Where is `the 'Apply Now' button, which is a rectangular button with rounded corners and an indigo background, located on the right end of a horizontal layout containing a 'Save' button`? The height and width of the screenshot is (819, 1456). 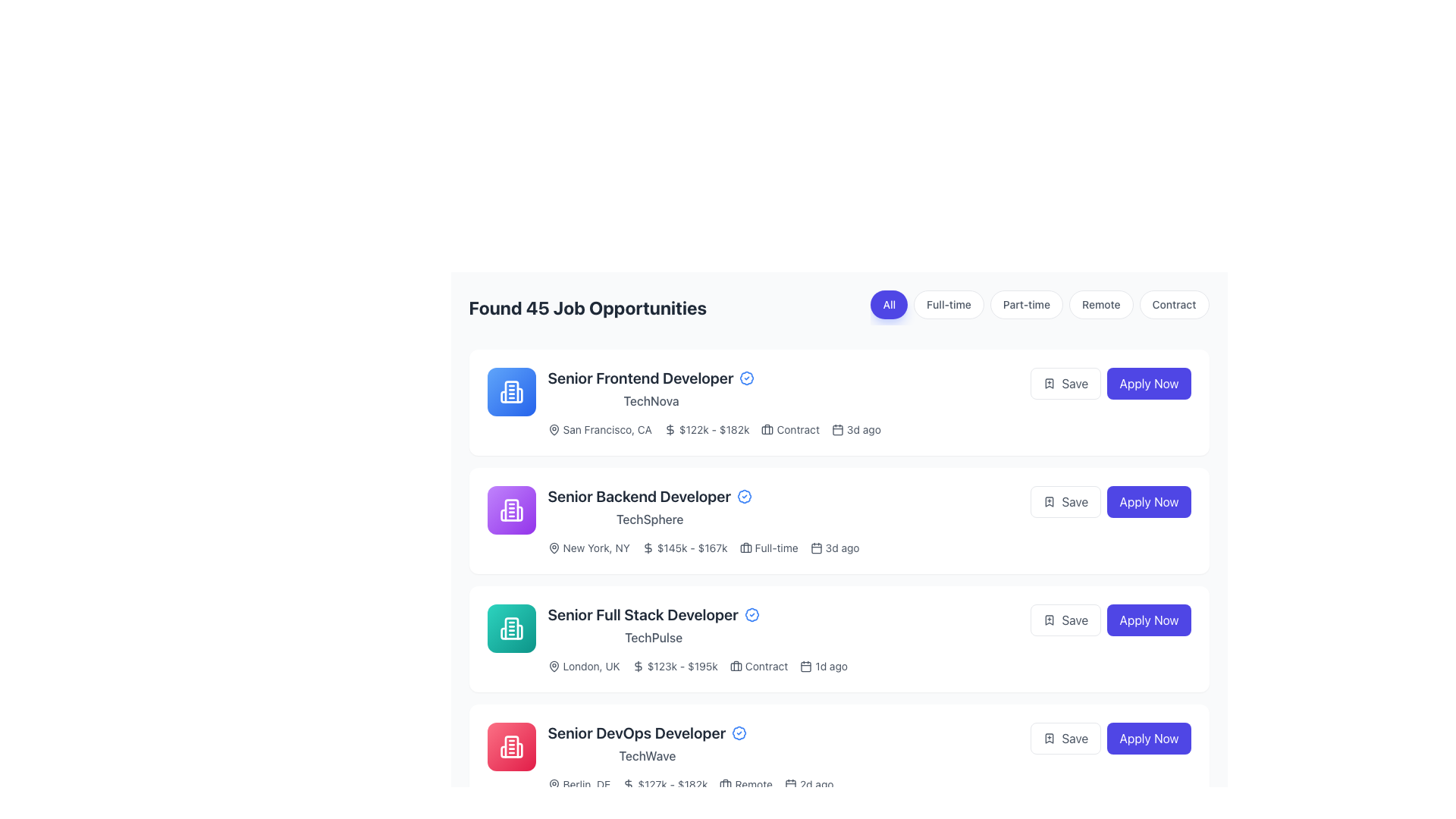
the 'Apply Now' button, which is a rectangular button with rounded corners and an indigo background, located on the right end of a horizontal layout containing a 'Save' button is located at coordinates (1149, 382).